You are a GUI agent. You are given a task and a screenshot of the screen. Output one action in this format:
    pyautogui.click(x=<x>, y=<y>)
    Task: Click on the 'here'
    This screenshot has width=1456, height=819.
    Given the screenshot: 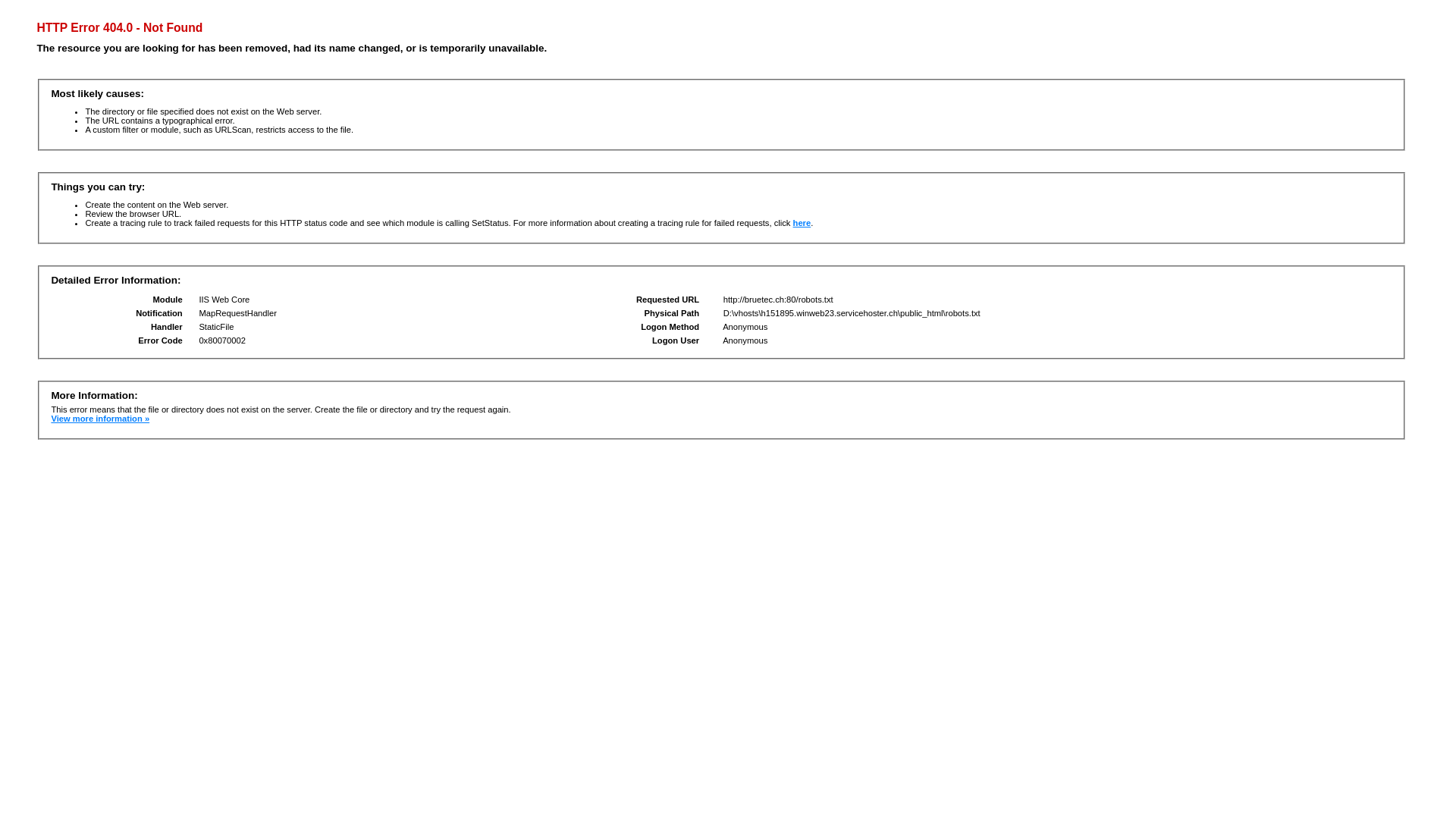 What is the action you would take?
    pyautogui.click(x=792, y=222)
    